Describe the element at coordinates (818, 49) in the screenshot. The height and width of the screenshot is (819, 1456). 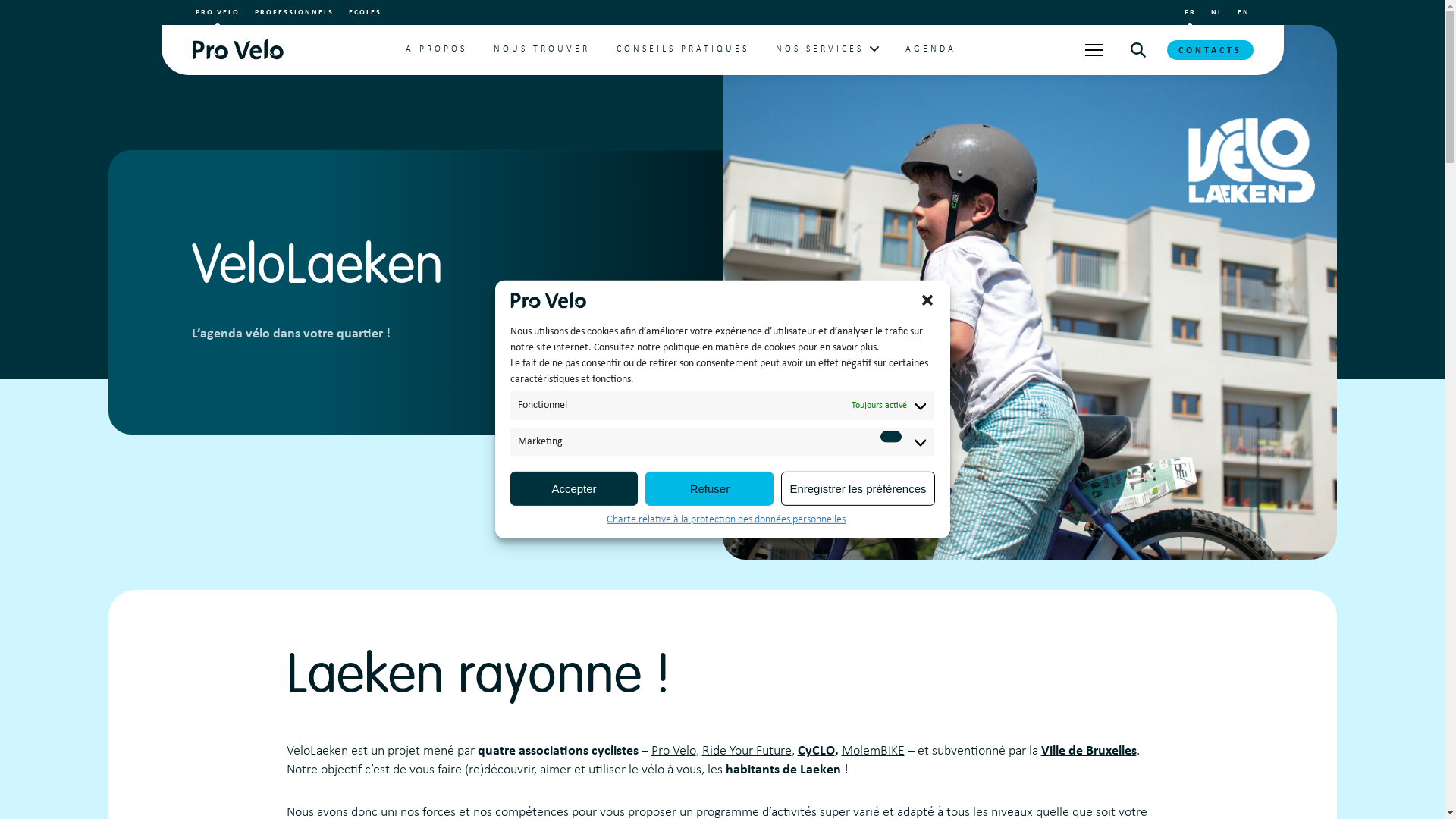
I see `'NOS SERVICES'` at that location.